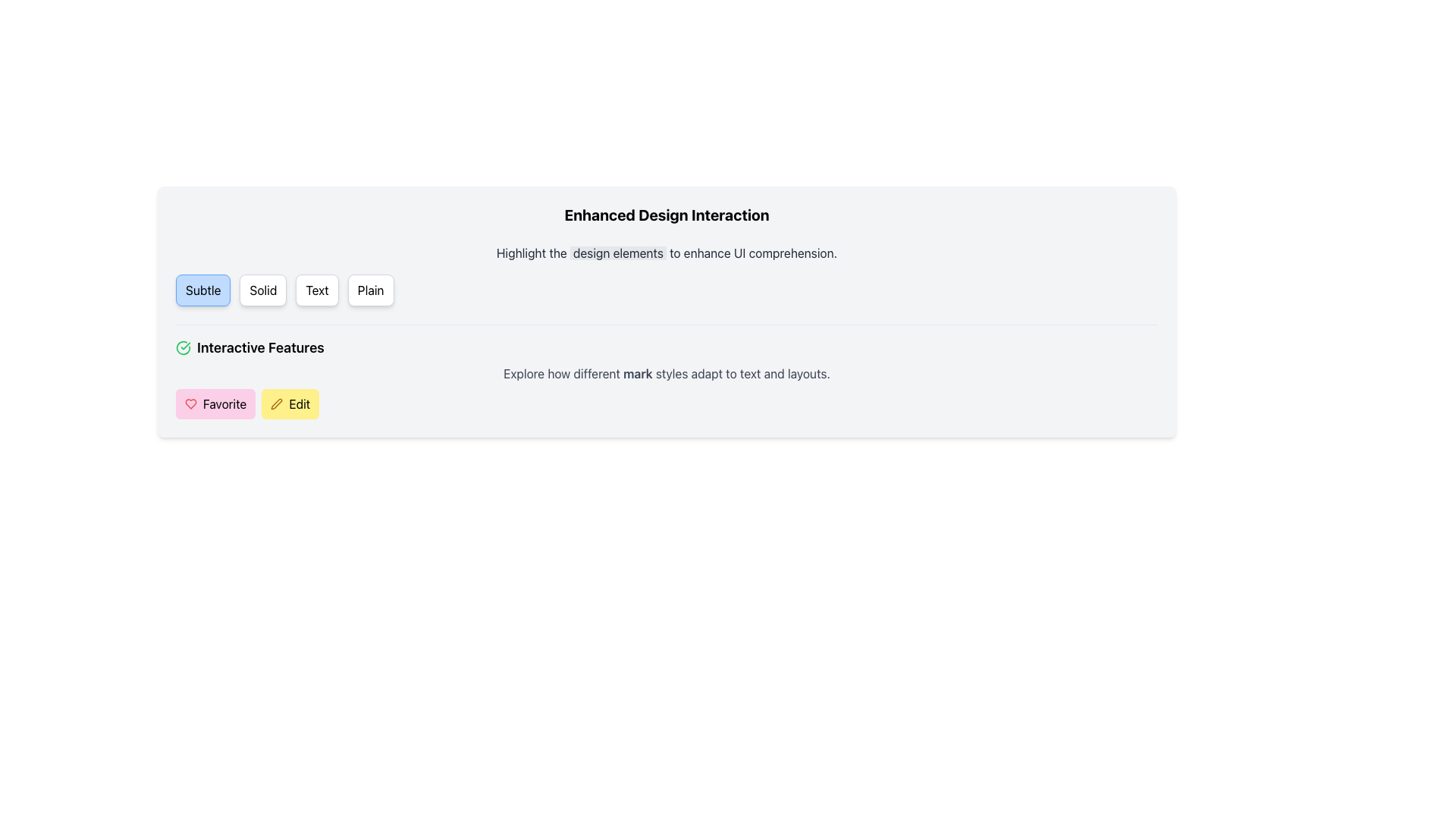  Describe the element at coordinates (290, 403) in the screenshot. I see `the rectangular button with a yellow background labeled 'Edit'` at that location.